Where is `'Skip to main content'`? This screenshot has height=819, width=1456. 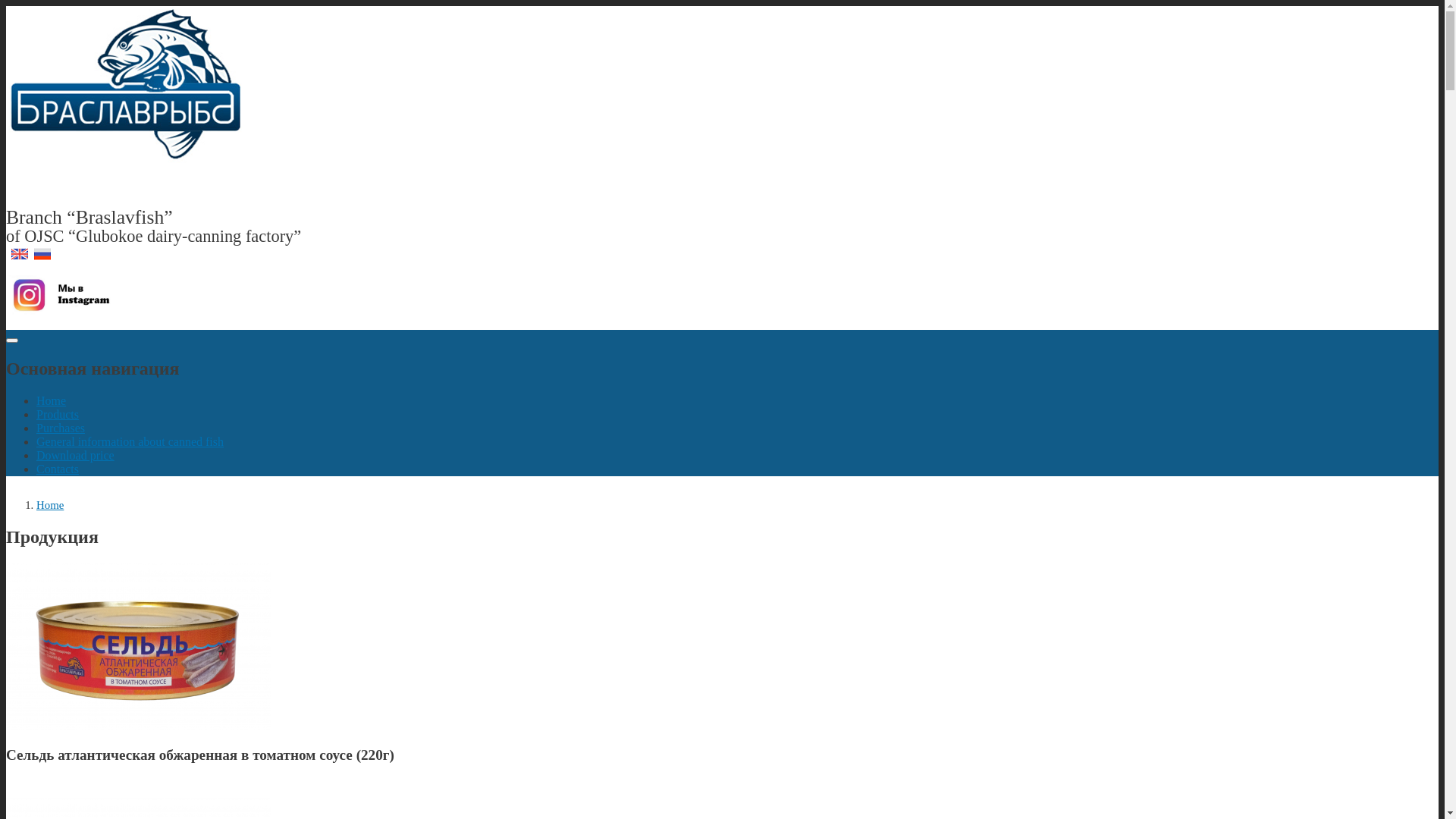 'Skip to main content' is located at coordinates (721, 8).